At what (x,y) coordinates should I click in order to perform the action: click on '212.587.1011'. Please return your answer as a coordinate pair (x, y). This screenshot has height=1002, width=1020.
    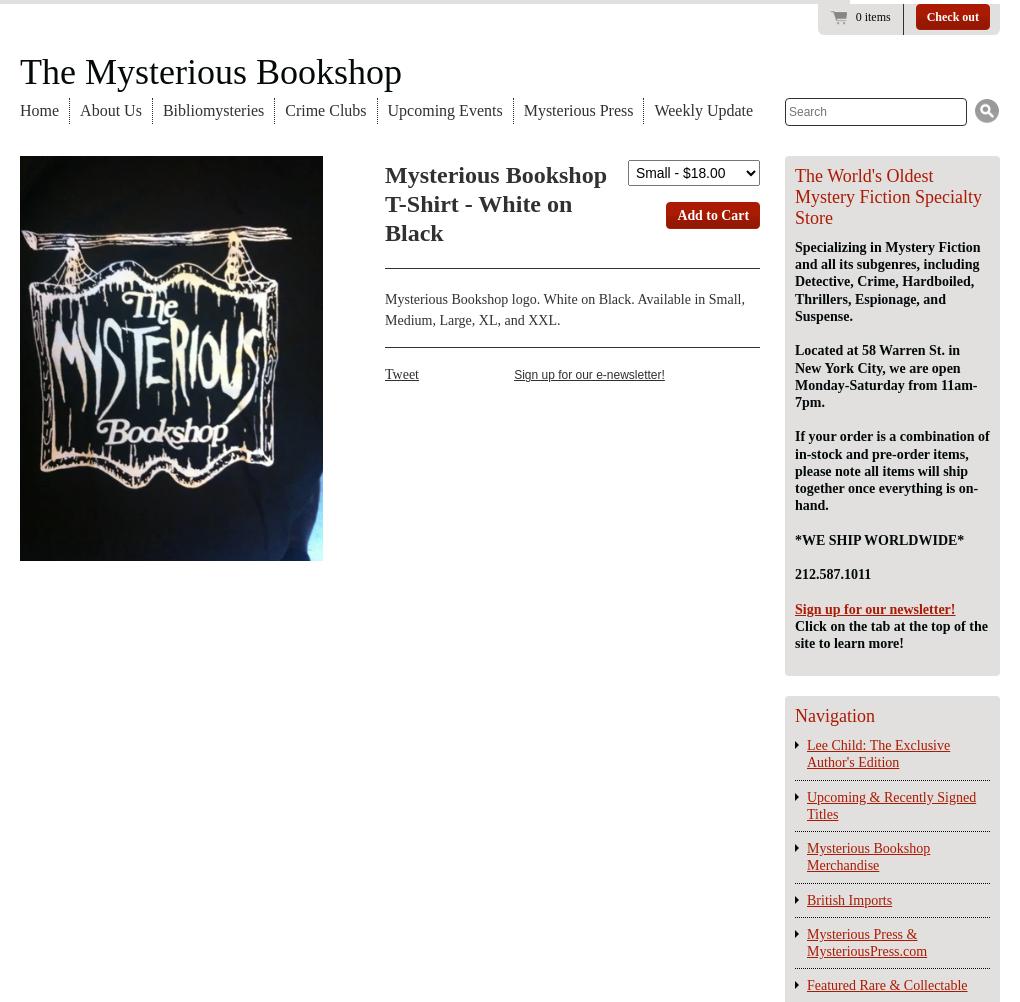
    Looking at the image, I should click on (833, 574).